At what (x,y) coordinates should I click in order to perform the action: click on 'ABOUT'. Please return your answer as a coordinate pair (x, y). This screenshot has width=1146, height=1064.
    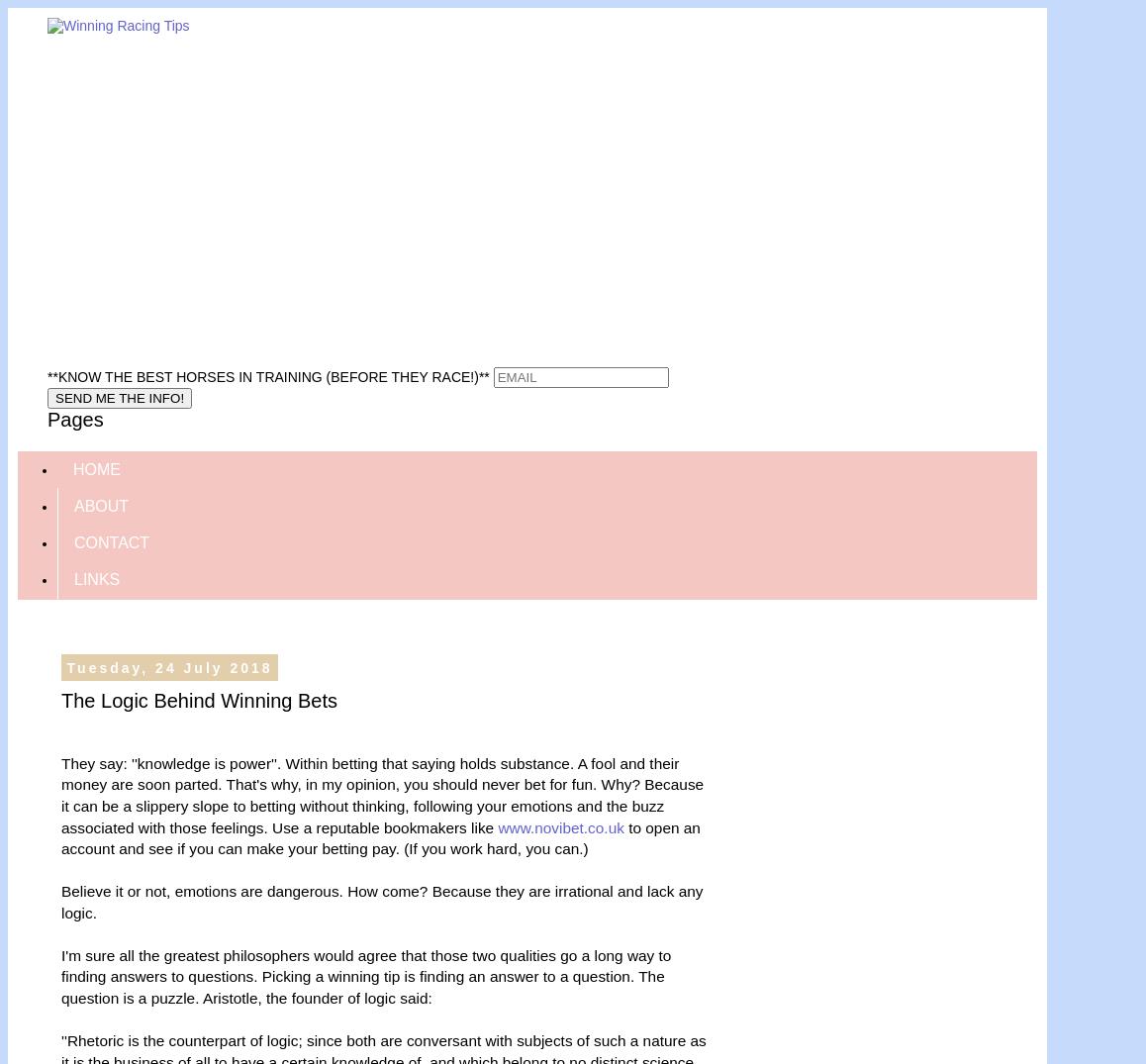
    Looking at the image, I should click on (101, 504).